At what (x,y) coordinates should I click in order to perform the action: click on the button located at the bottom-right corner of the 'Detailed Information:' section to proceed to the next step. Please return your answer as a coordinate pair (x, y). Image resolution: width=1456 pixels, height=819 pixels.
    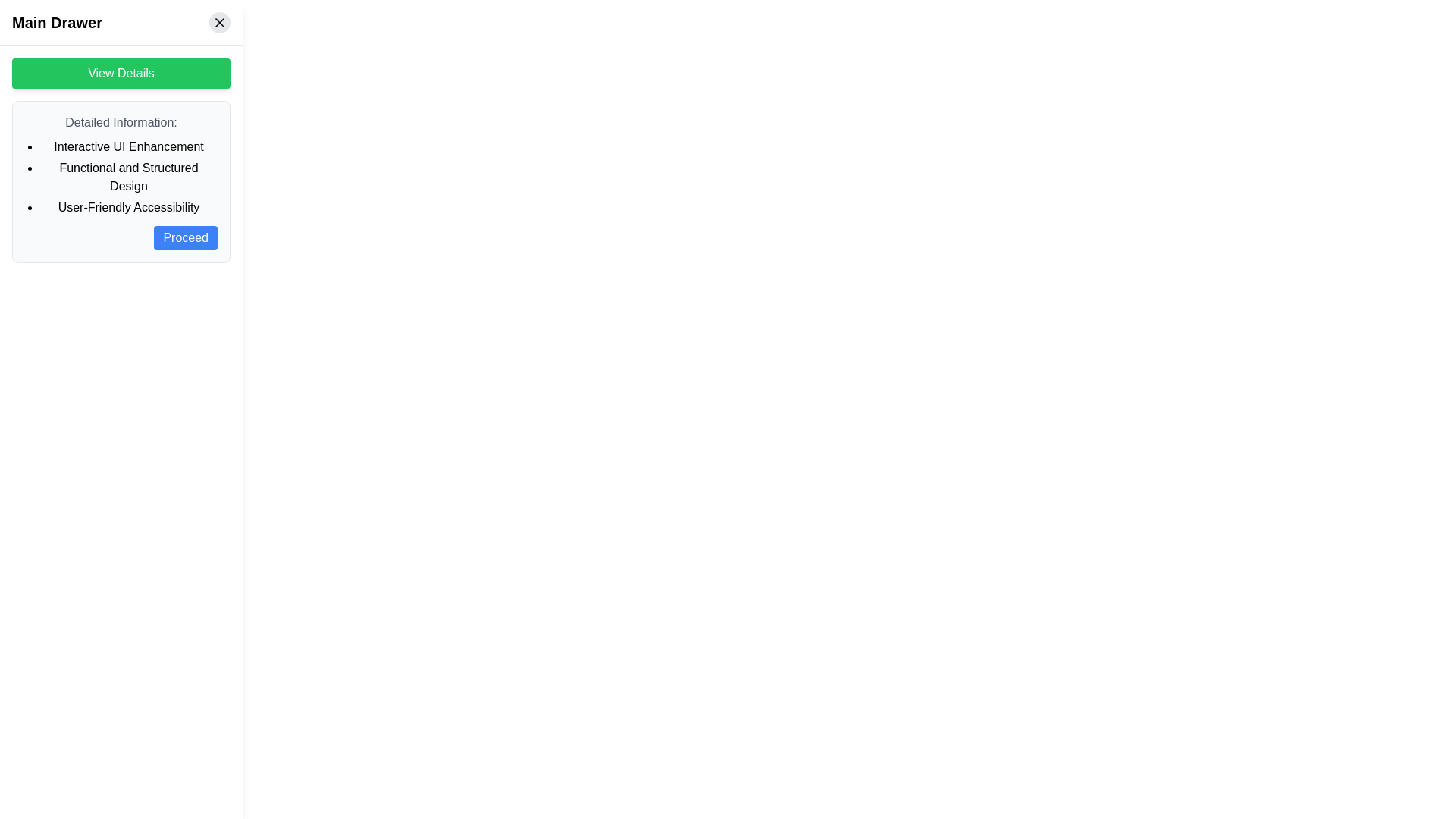
    Looking at the image, I should click on (120, 237).